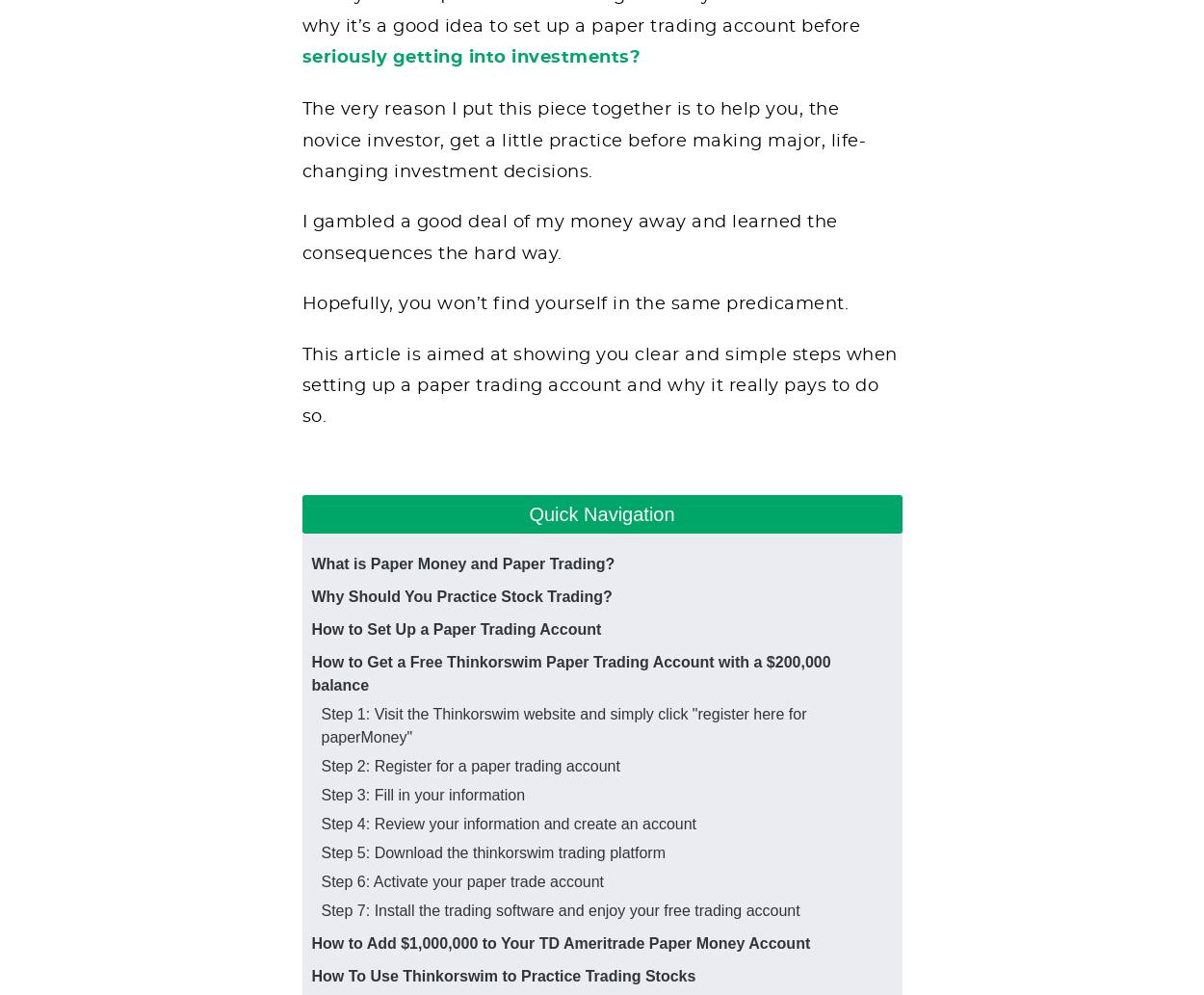 This screenshot has height=995, width=1204. What do you see at coordinates (509, 823) in the screenshot?
I see `'Step 4: Review your information and create an account'` at bounding box center [509, 823].